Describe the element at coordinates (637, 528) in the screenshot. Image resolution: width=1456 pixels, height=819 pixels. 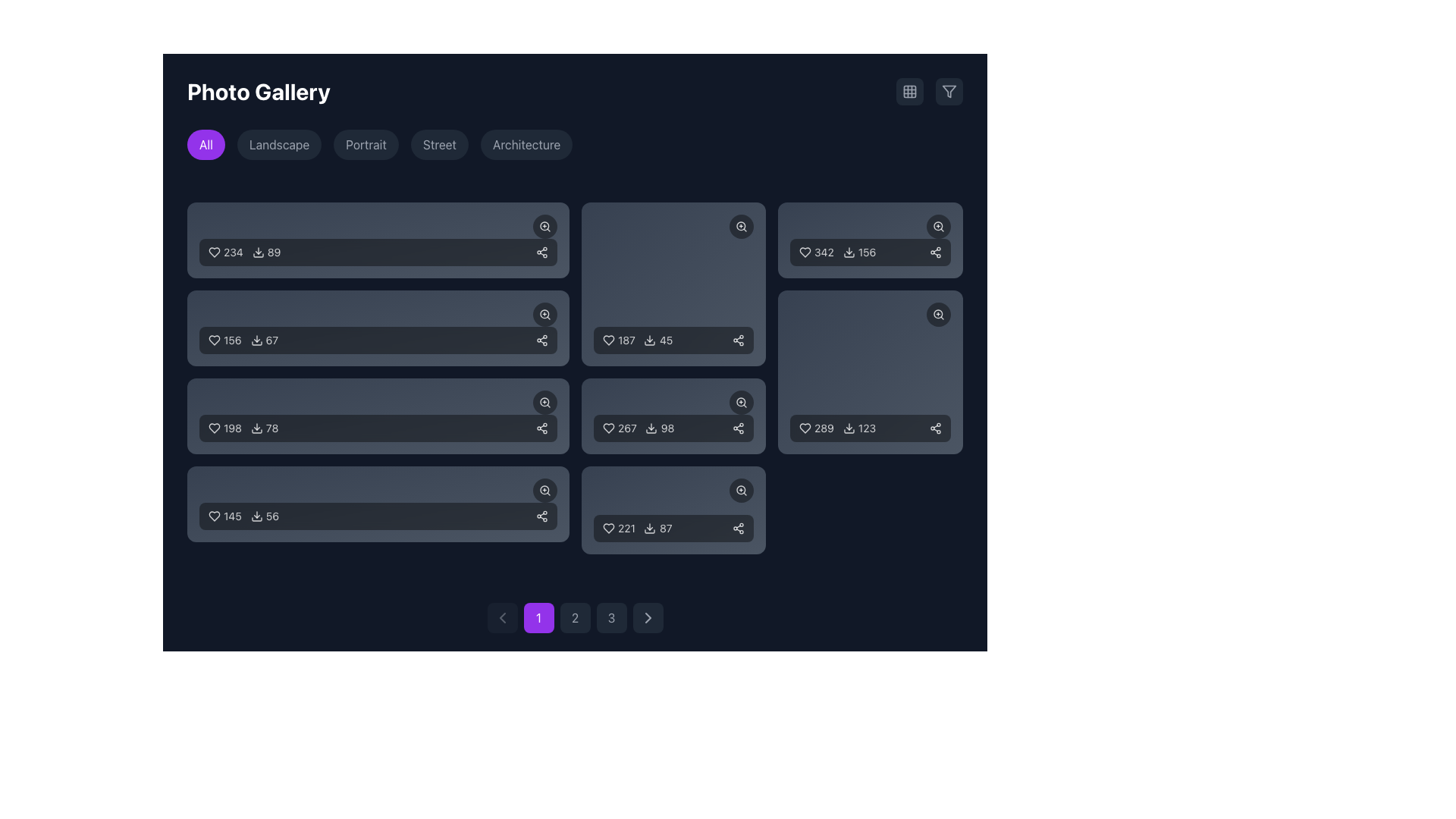
I see `the download icon in the rightmost tile of the Metric display component` at that location.